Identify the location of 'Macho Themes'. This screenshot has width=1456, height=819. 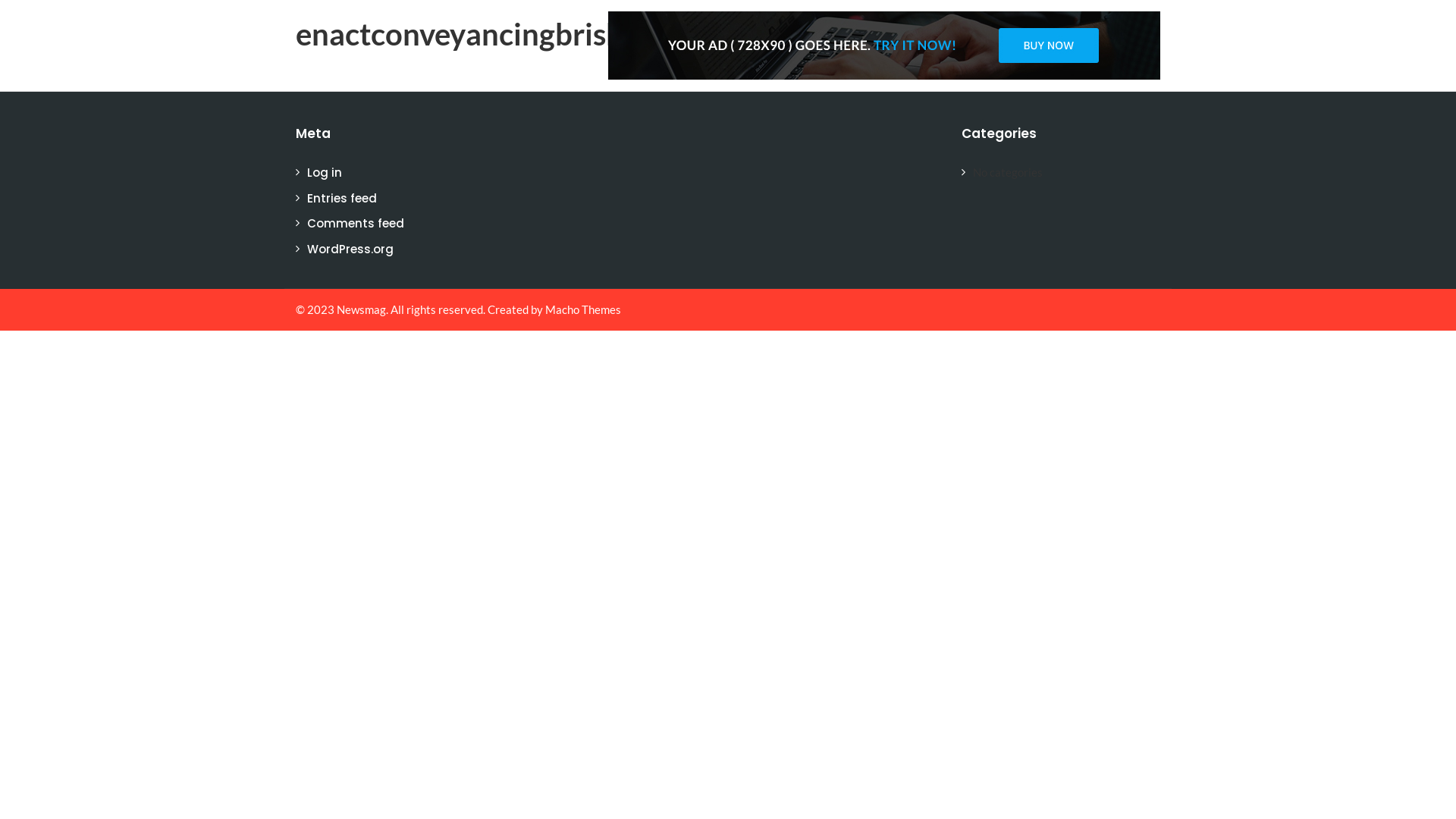
(582, 309).